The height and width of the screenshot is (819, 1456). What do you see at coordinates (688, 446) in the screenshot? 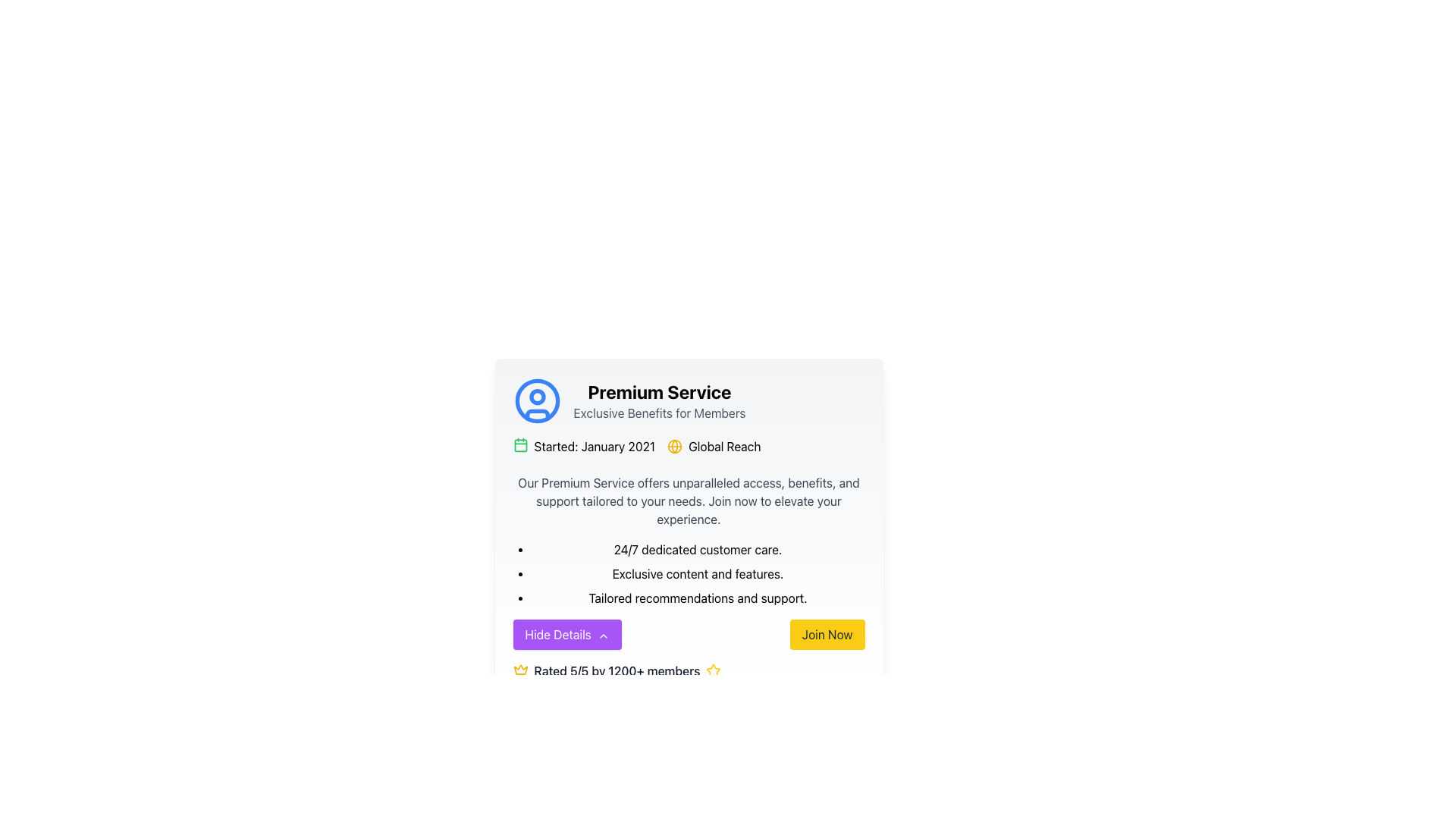
I see `the textual metadata display with accompanying icons located below the 'Premium Service' header and above the service benefits paragraph` at bounding box center [688, 446].